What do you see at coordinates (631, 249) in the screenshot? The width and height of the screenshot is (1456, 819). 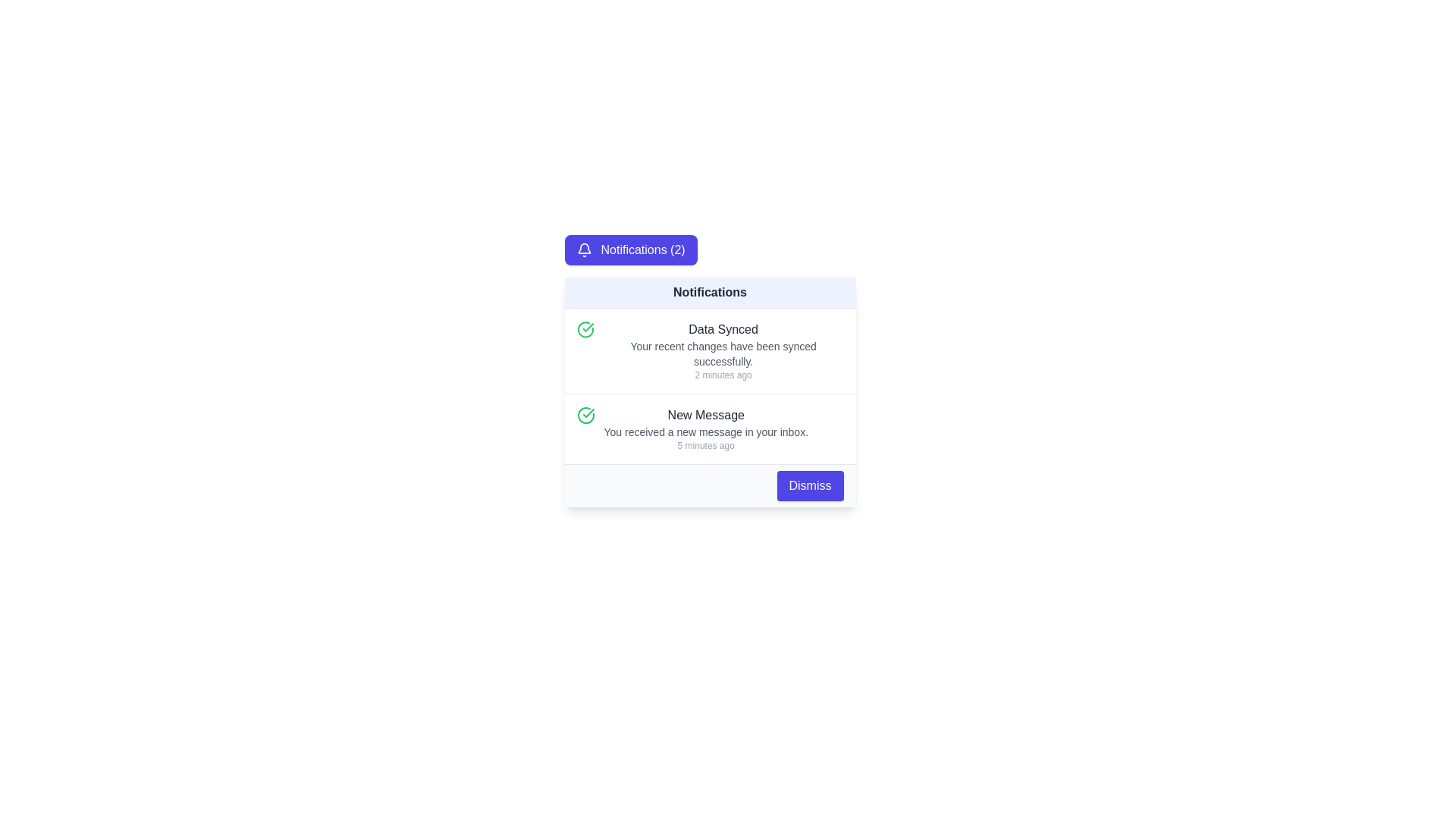 I see `the interactive button labeled 'Notifications (2)' with a bell icon` at bounding box center [631, 249].